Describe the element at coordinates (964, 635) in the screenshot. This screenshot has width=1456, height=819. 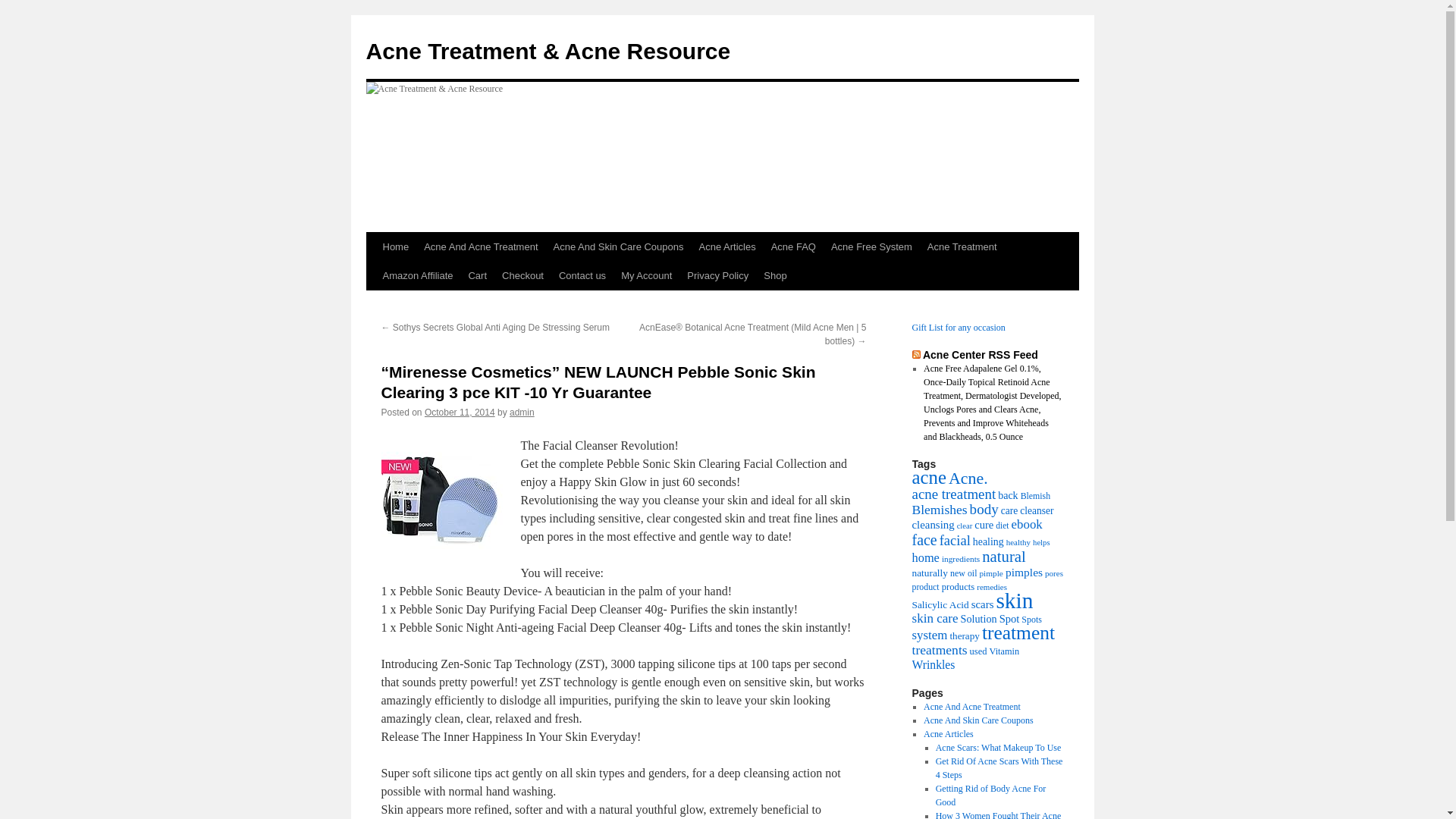
I see `'therapy'` at that location.